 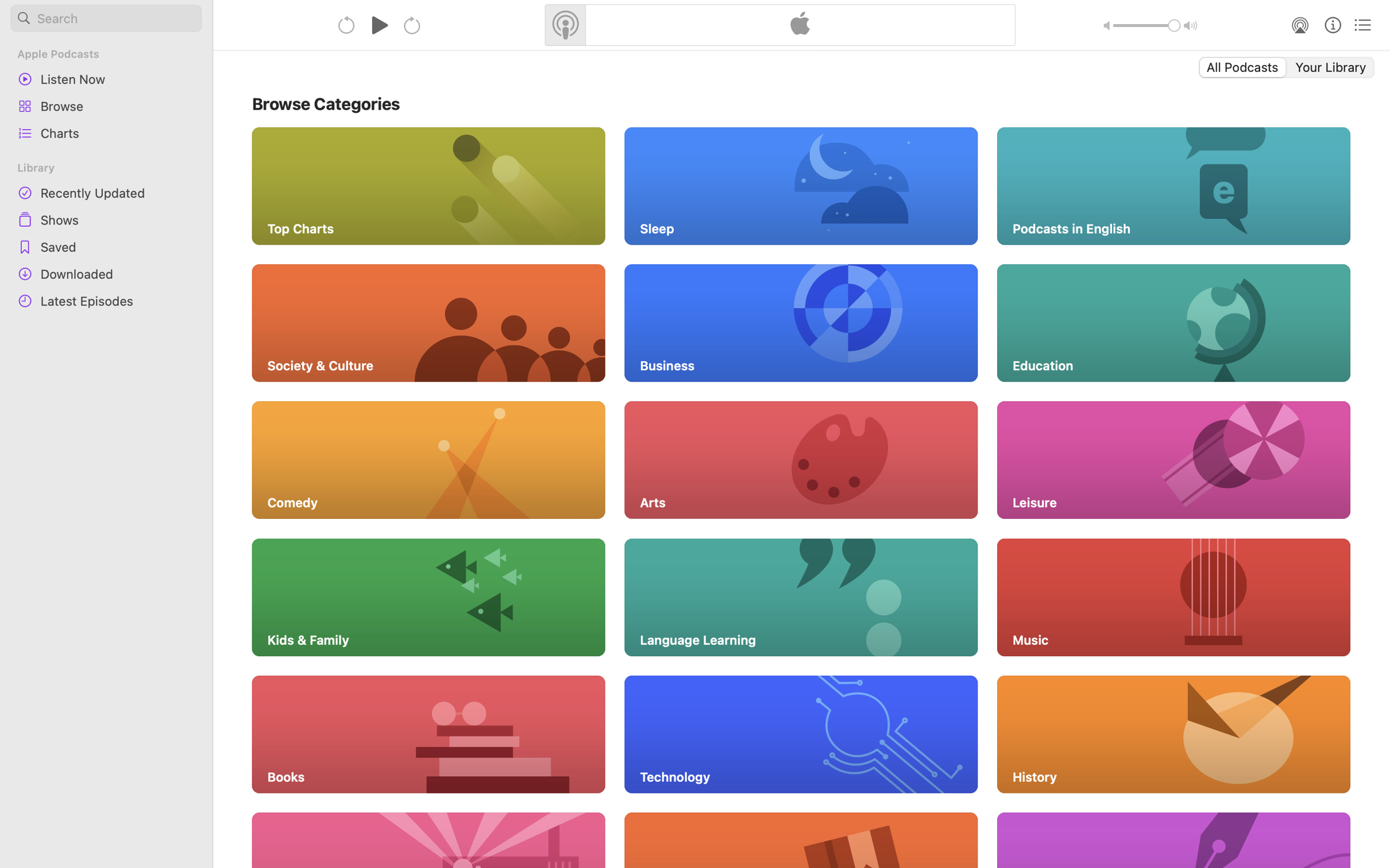 What do you see at coordinates (1146, 25) in the screenshot?
I see `'1.0'` at bounding box center [1146, 25].